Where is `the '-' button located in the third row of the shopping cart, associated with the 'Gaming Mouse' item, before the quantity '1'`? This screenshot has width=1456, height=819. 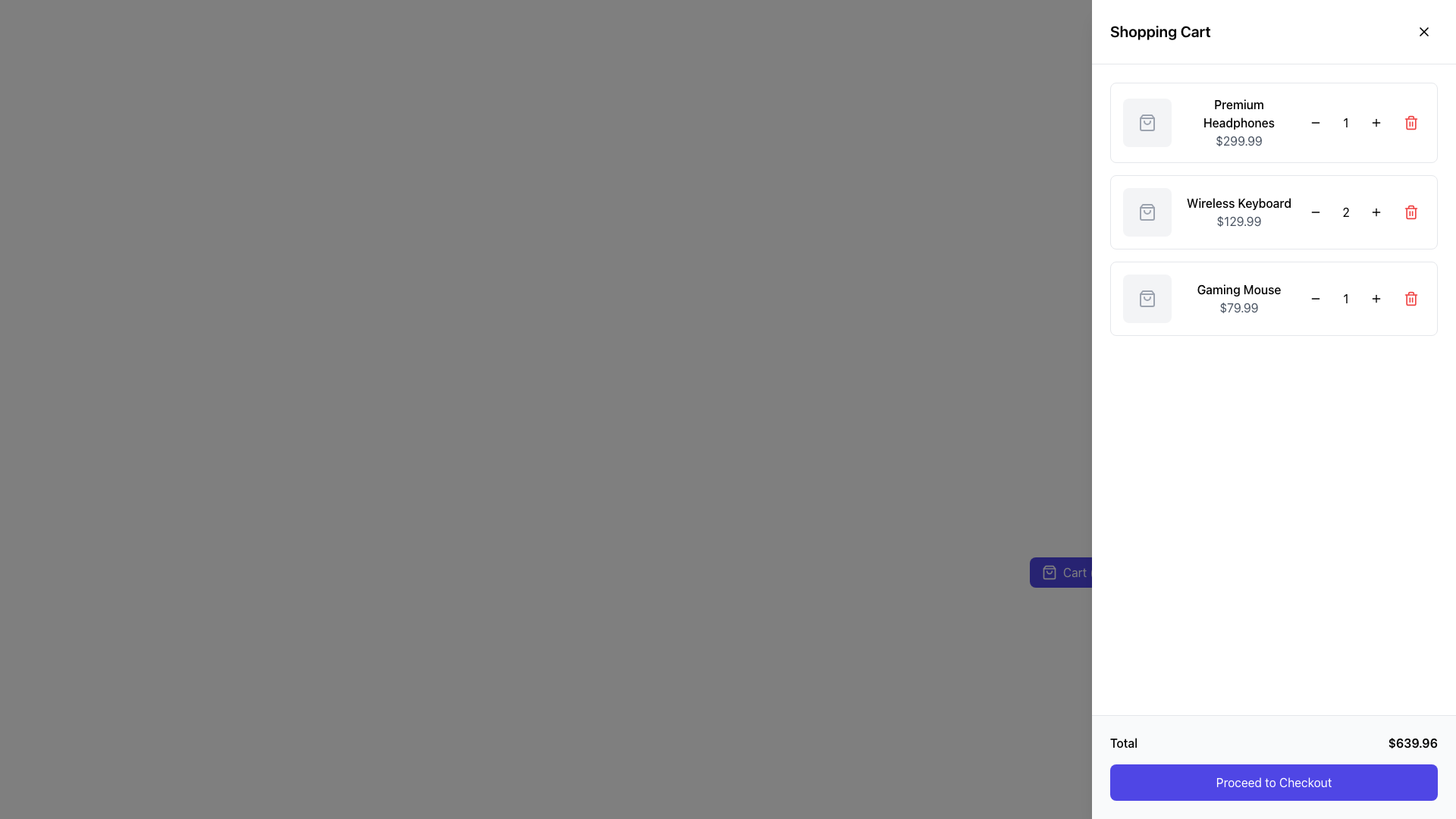 the '-' button located in the third row of the shopping cart, associated with the 'Gaming Mouse' item, before the quantity '1' is located at coordinates (1314, 298).